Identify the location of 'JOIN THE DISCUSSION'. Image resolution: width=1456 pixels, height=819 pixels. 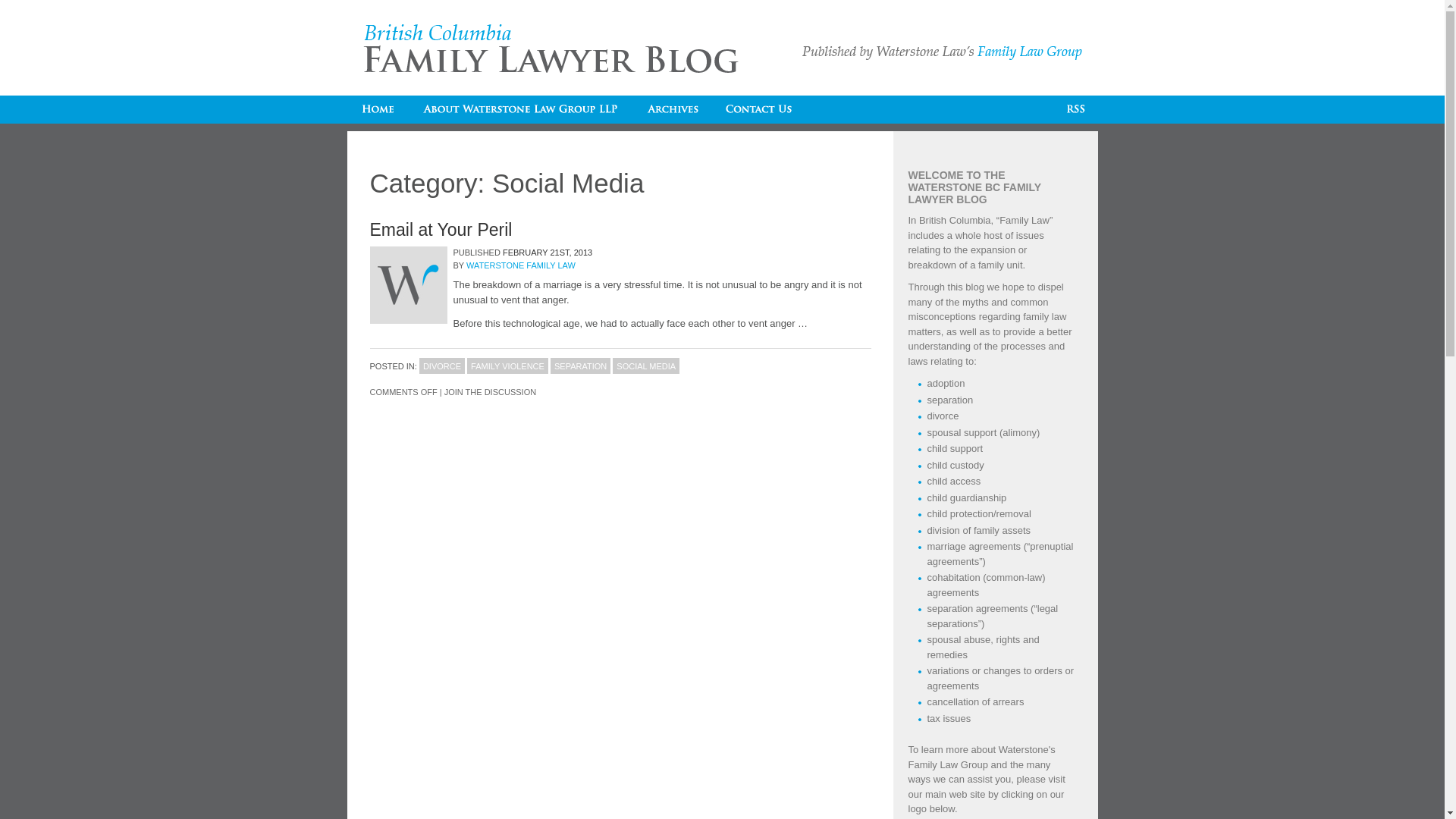
(443, 391).